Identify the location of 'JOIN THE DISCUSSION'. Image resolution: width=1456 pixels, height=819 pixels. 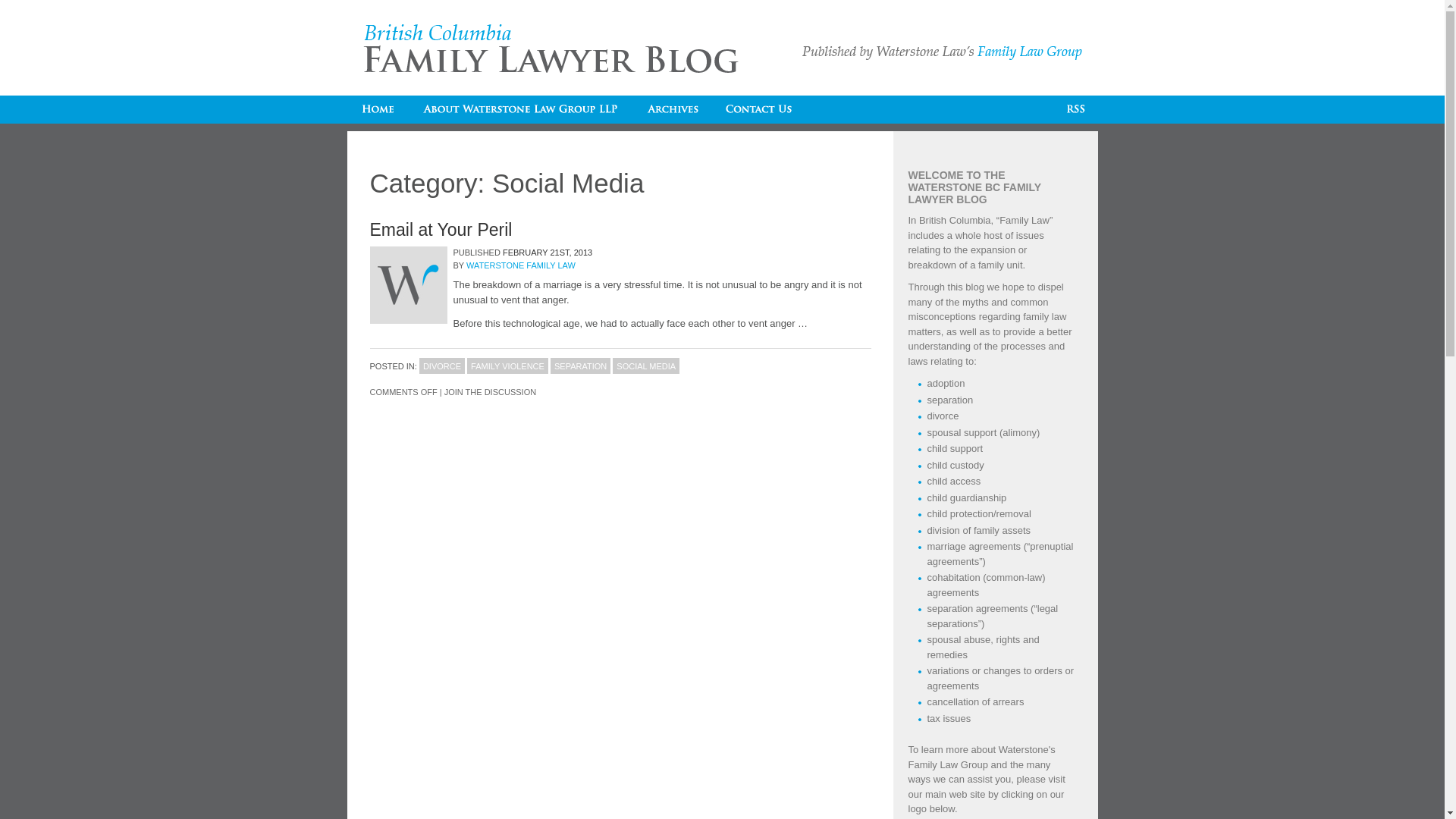
(443, 391).